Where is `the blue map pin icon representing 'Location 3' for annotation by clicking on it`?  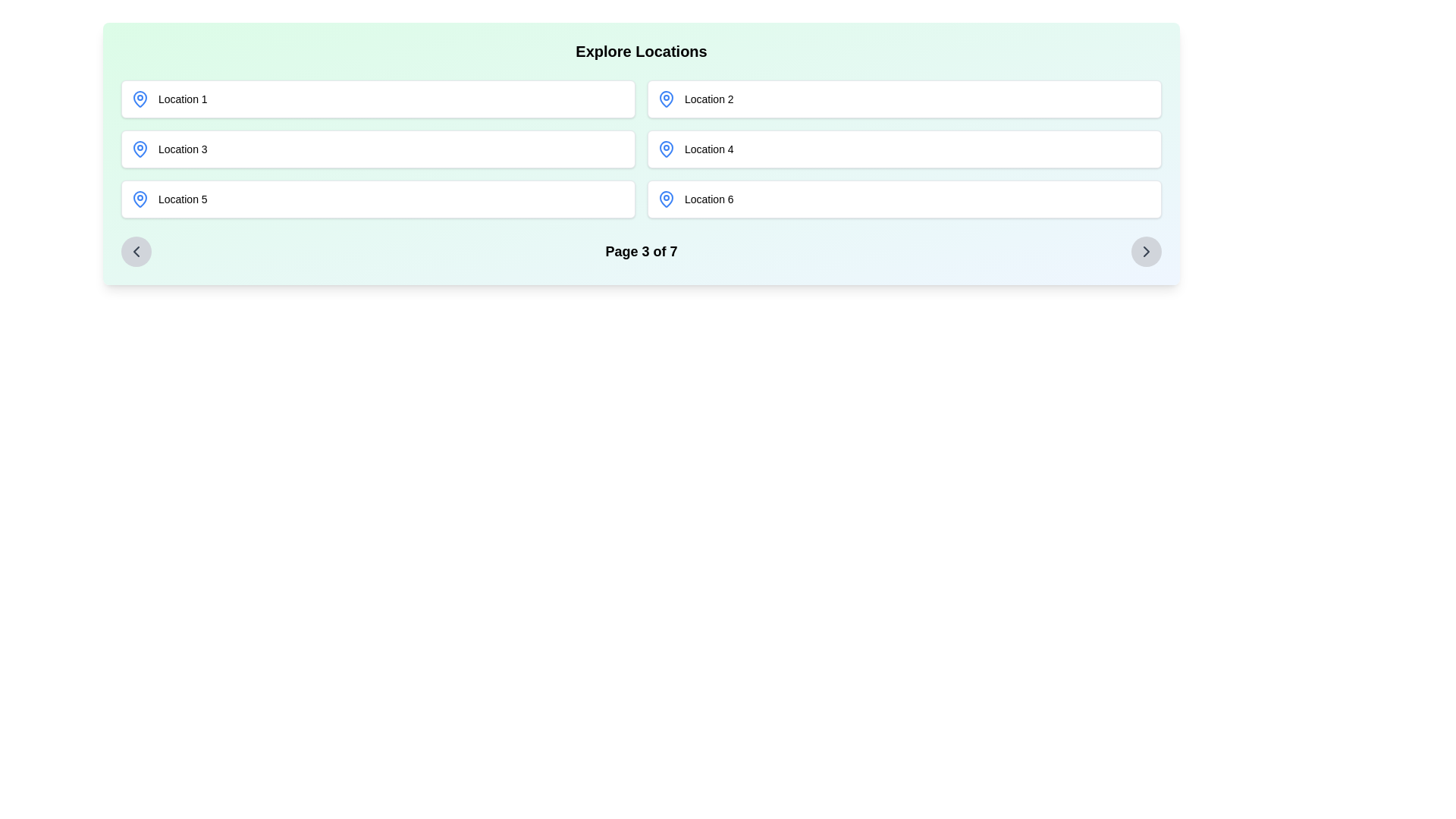
the blue map pin icon representing 'Location 3' for annotation by clicking on it is located at coordinates (140, 149).